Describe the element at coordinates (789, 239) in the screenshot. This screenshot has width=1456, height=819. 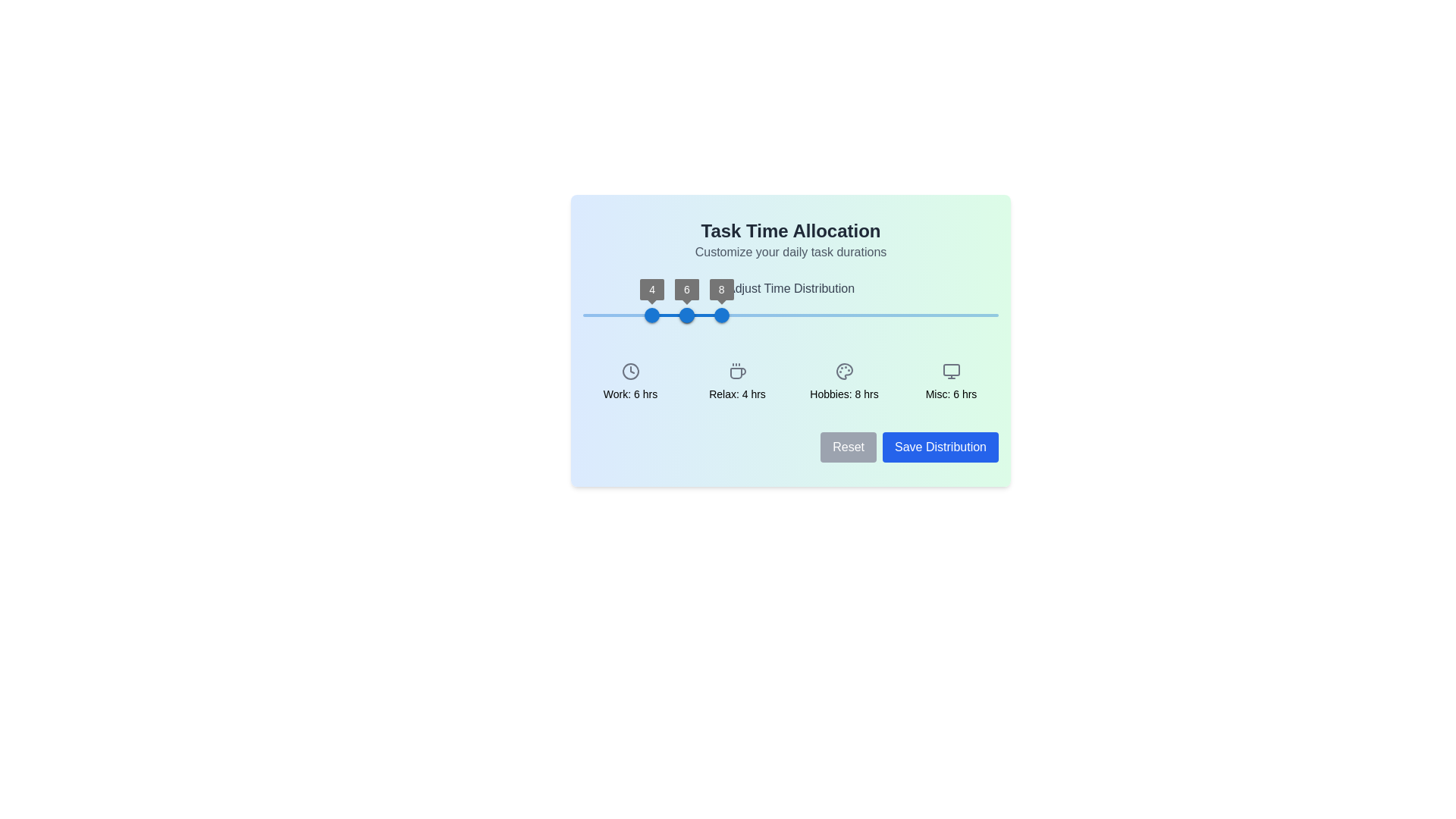
I see `the text element displaying 'Task Time Allocation' with a descriptive paragraph stating 'Customize your daily task durations', located at the top section of a content card with a blue-to-green gradient background` at that location.